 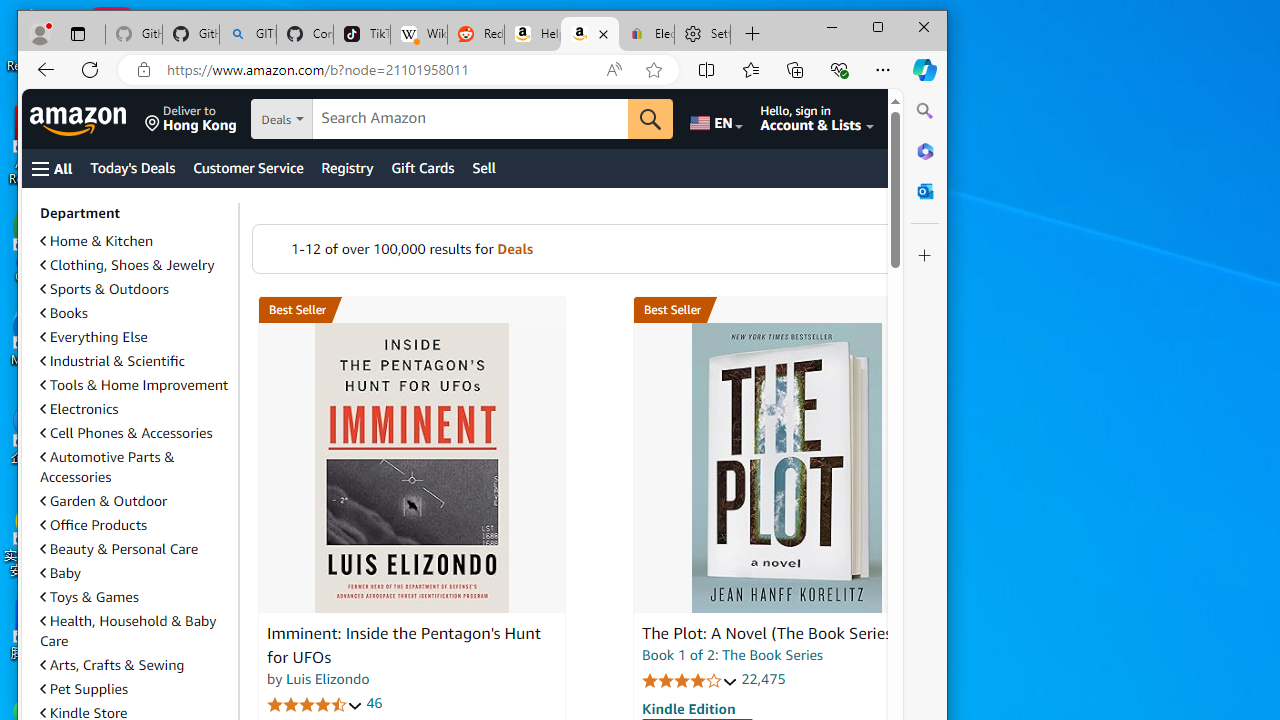 What do you see at coordinates (785, 309) in the screenshot?
I see `'Best Seller in Heist Thrillers'` at bounding box center [785, 309].